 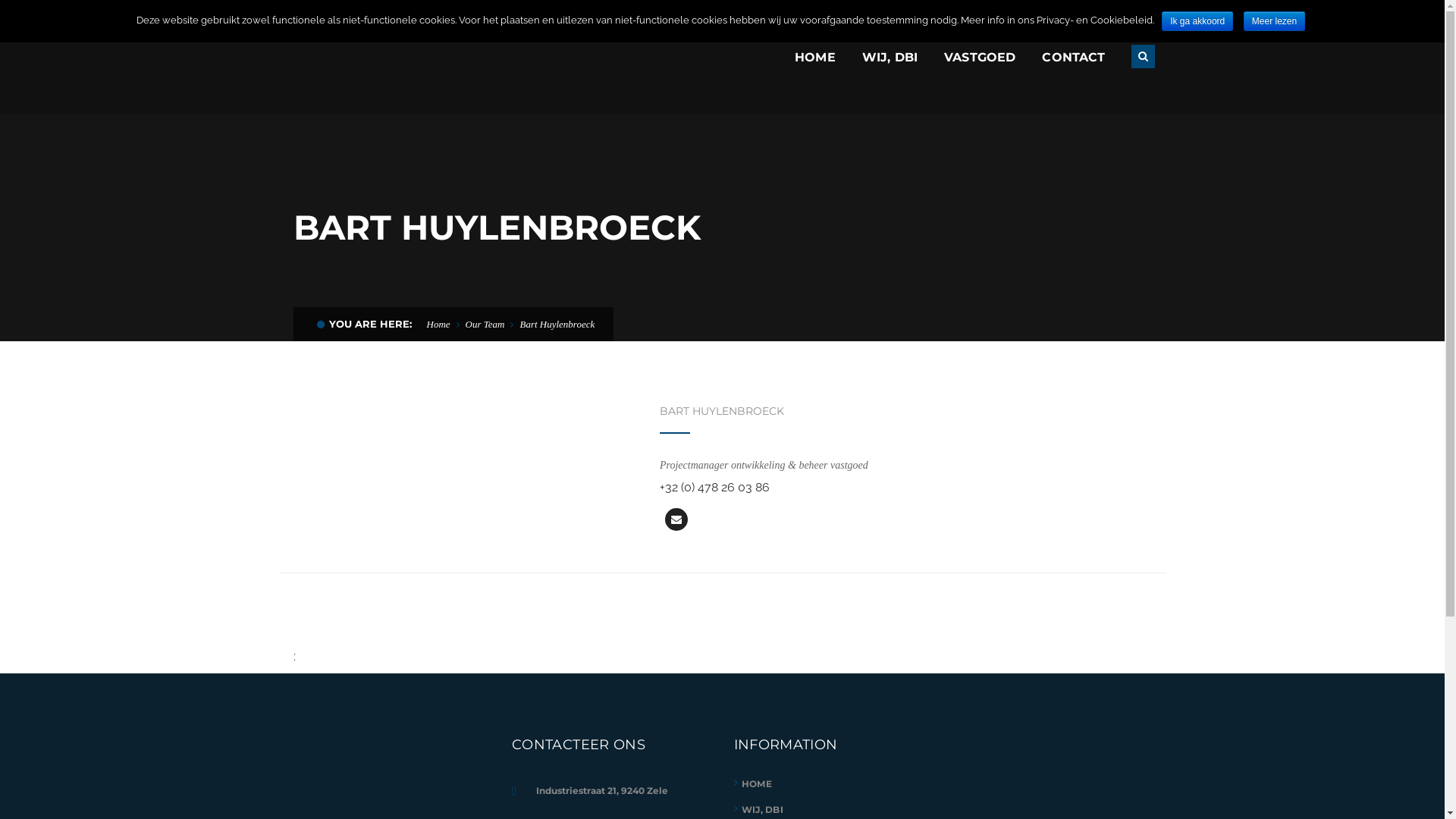 What do you see at coordinates (1274, 20) in the screenshot?
I see `'Meer lezen'` at bounding box center [1274, 20].